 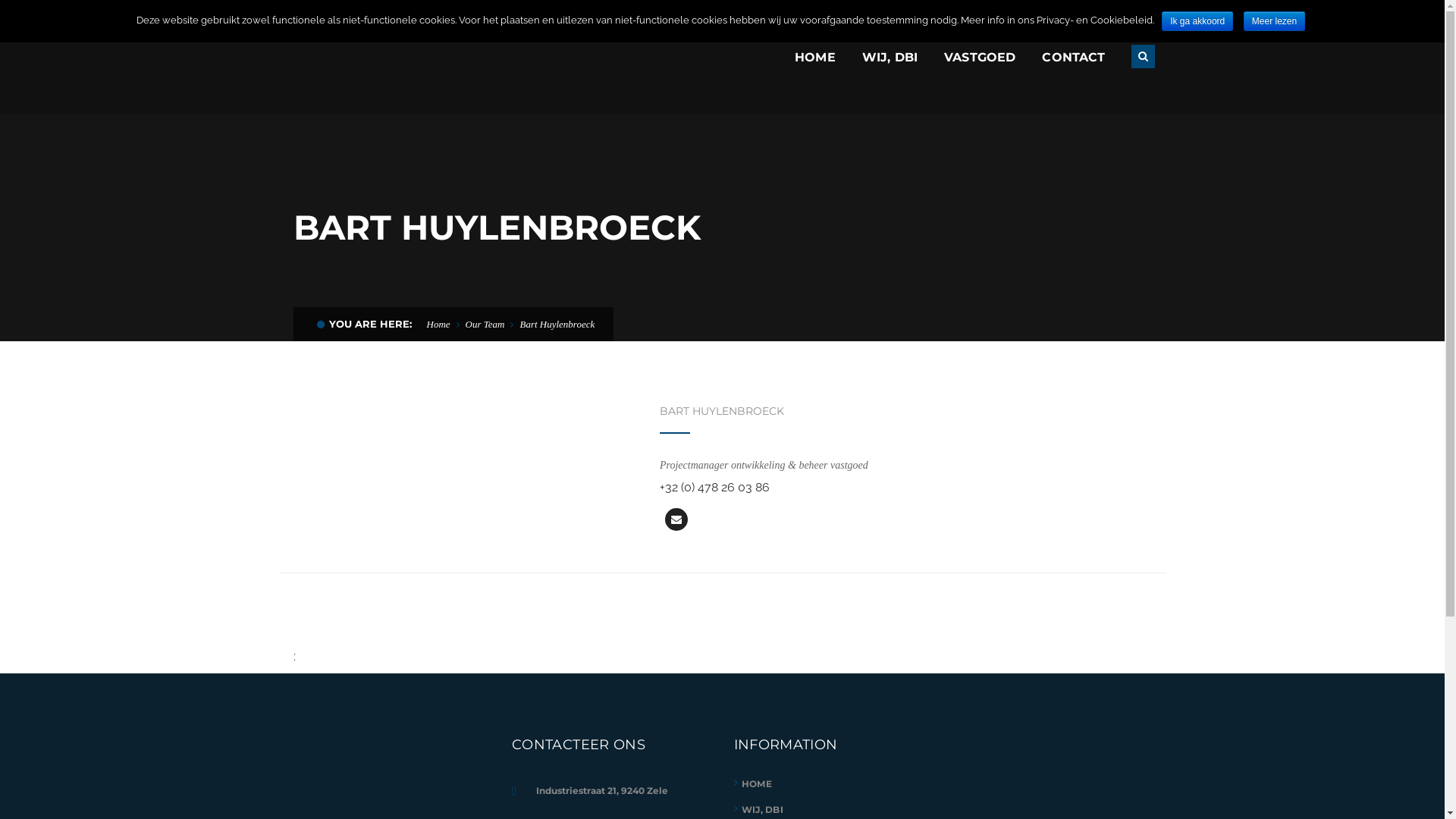 What do you see at coordinates (1274, 20) in the screenshot?
I see `'Meer lezen'` at bounding box center [1274, 20].